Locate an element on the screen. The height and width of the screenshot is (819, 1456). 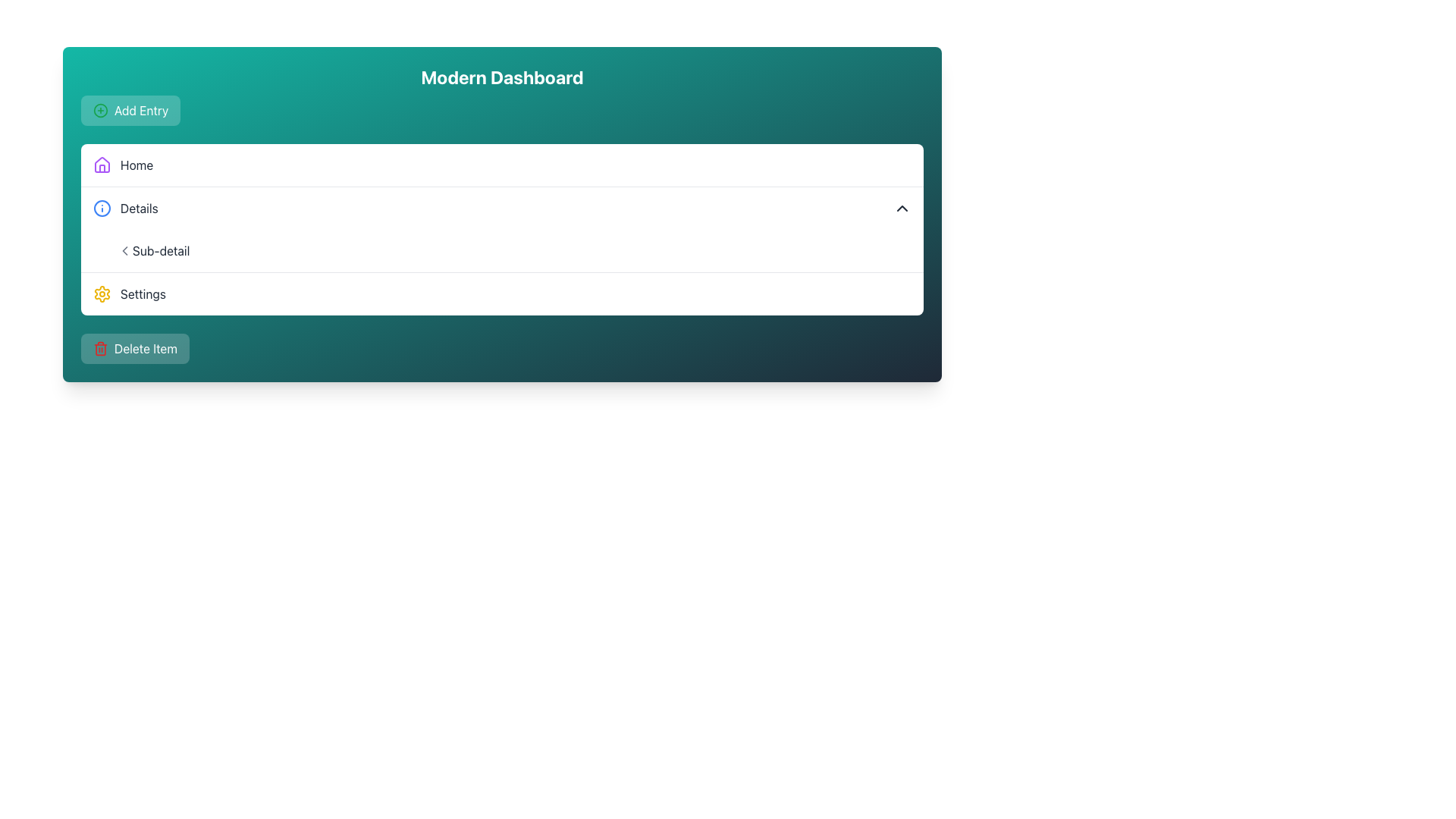
the interactive icon located to the left of the 'Add Entry' button in the top-left corner of the dashboard interface to initiate the action of adding a new entry is located at coordinates (100, 110).